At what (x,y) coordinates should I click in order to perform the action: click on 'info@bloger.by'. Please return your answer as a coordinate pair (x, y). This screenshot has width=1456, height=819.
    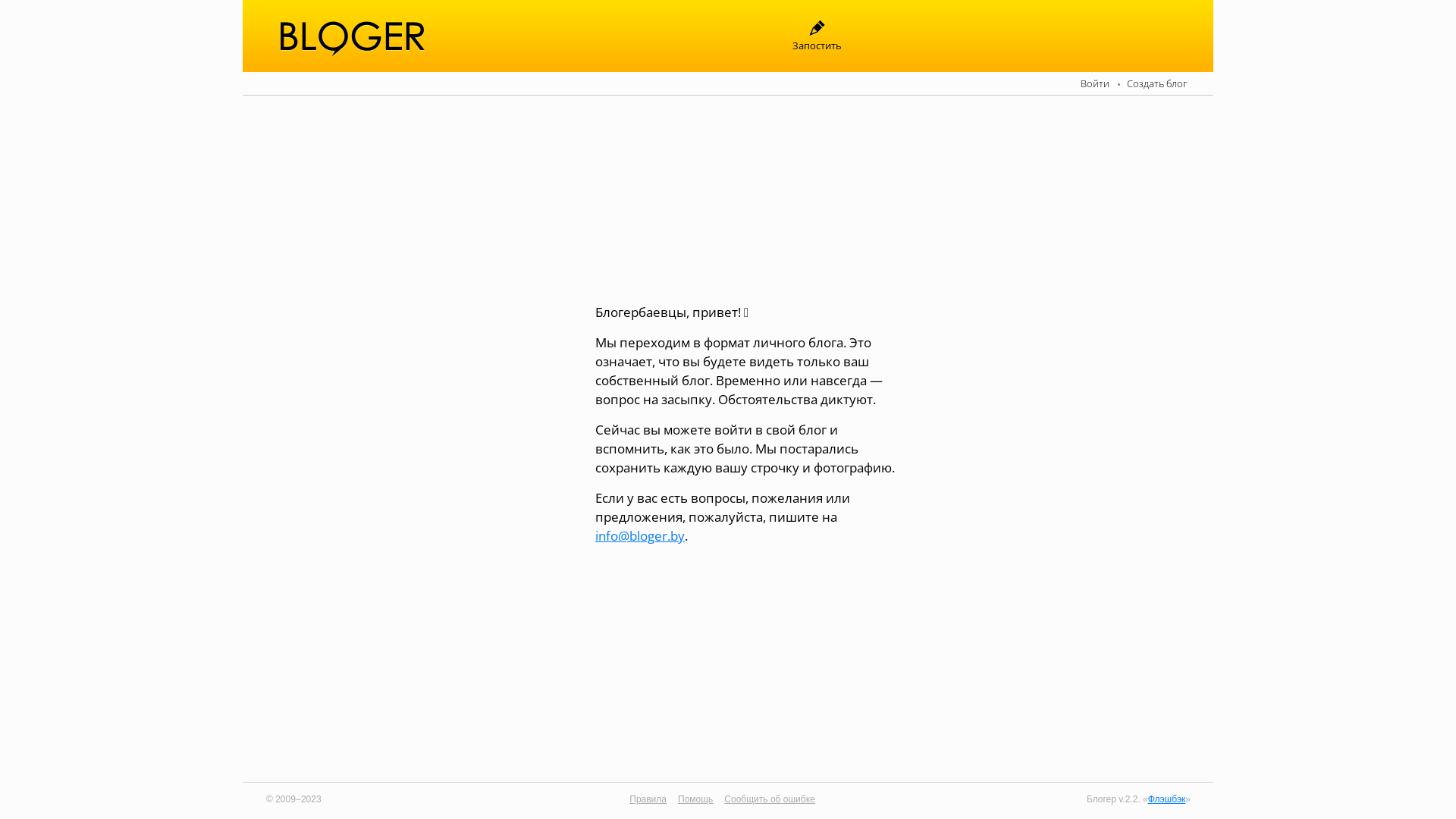
    Looking at the image, I should click on (640, 534).